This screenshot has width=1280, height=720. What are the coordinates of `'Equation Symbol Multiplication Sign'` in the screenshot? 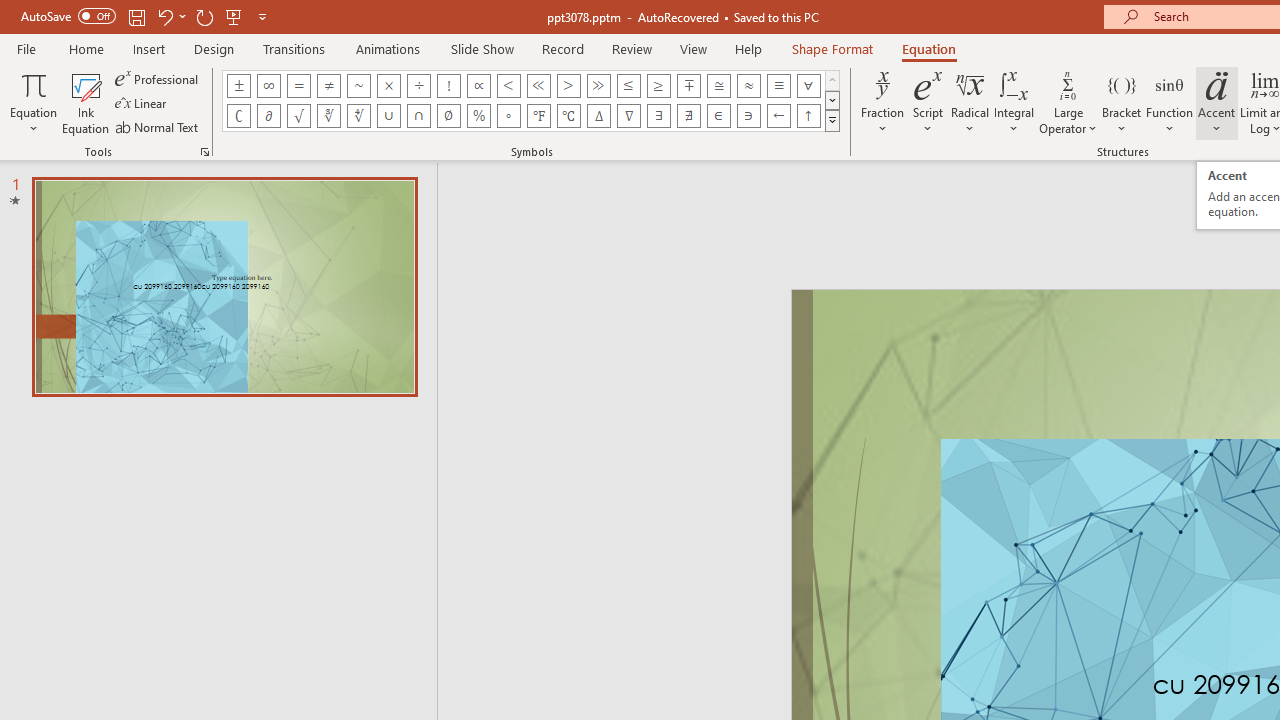 It's located at (389, 85).